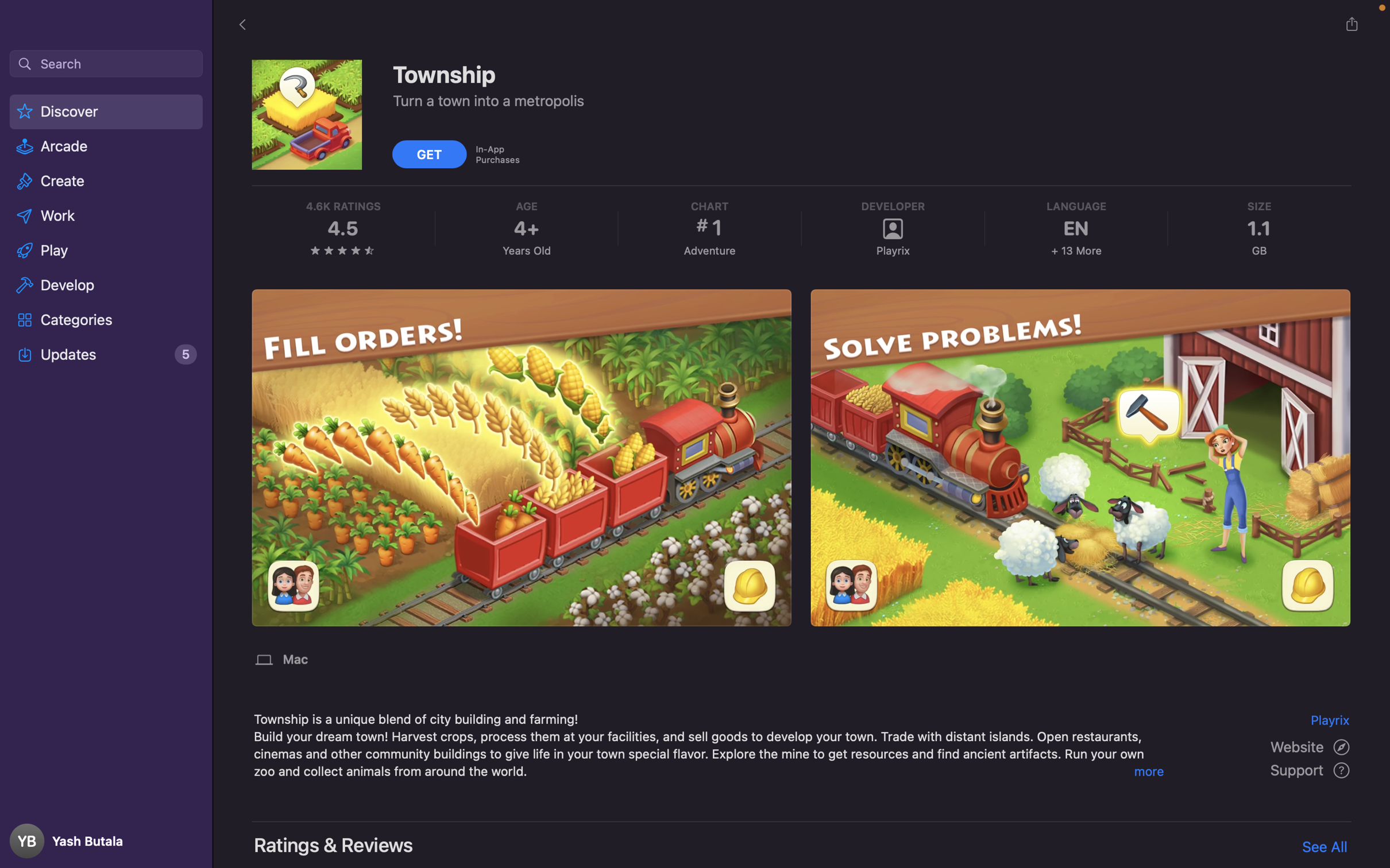  Describe the element at coordinates (1351, 24) in the screenshot. I see `the Share option, then choose to copy the link` at that location.